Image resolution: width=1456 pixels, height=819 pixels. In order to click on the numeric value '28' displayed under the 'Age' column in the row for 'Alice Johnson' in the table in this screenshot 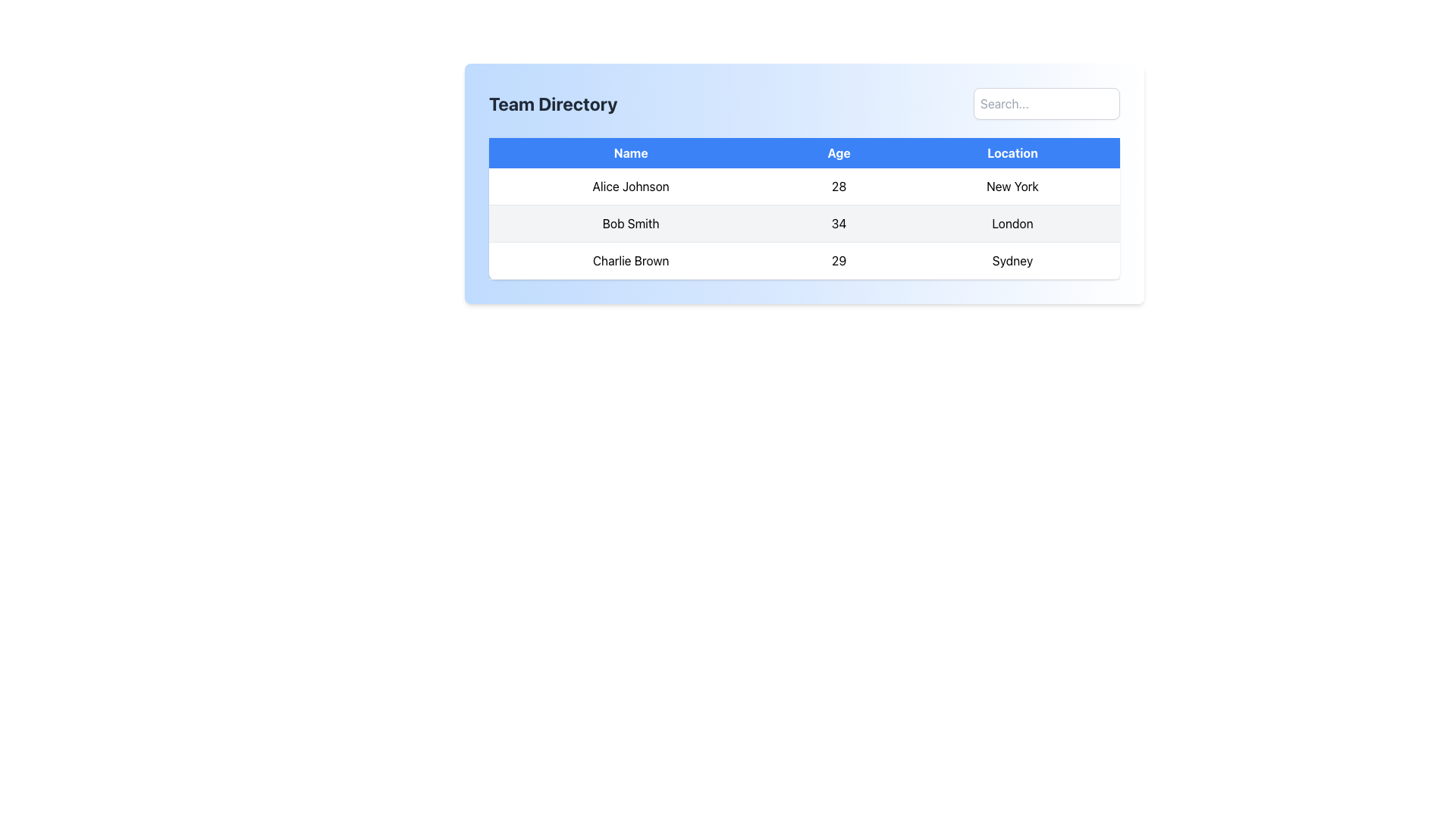, I will do `click(838, 186)`.